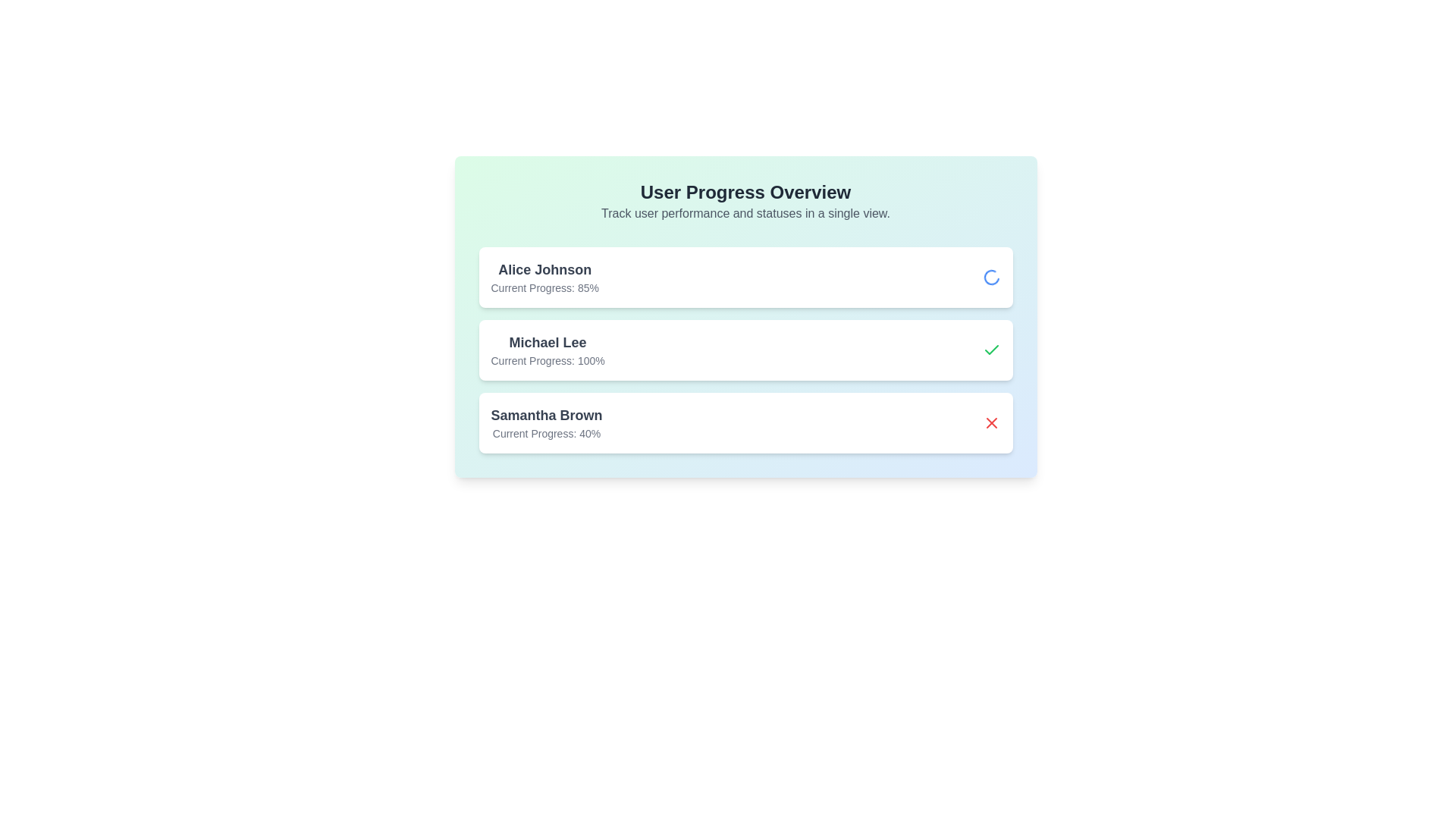 This screenshot has width=1456, height=819. I want to click on the Information card displaying user progress information, which is the first card in the vertical stack, located at the top-center of the 'User Progress Overview' interface, so click(745, 278).